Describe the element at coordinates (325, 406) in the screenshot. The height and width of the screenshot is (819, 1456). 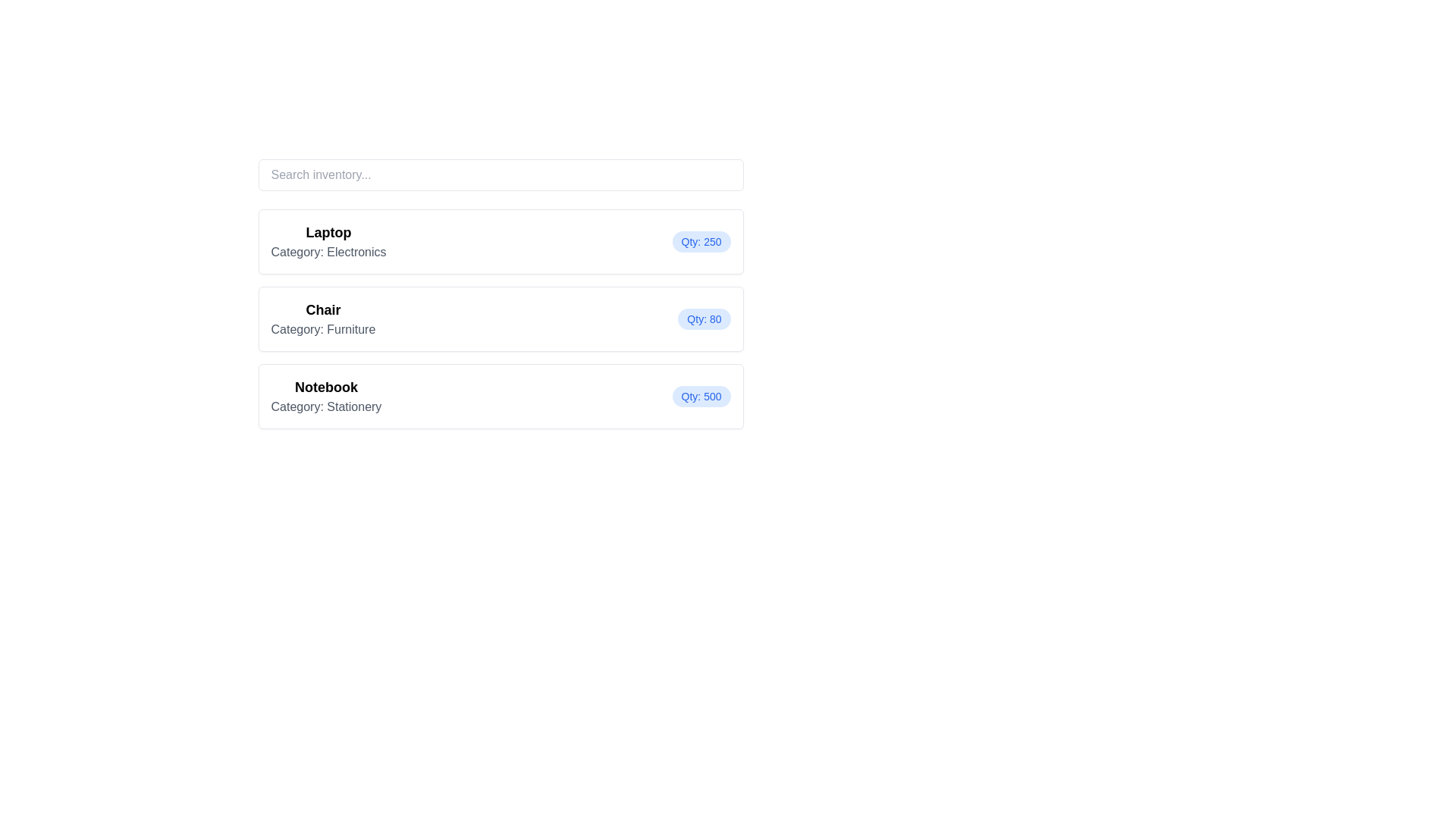
I see `information displayed in the Text label indicating the category 'Stationery', which is located directly under the 'Notebook' label` at that location.